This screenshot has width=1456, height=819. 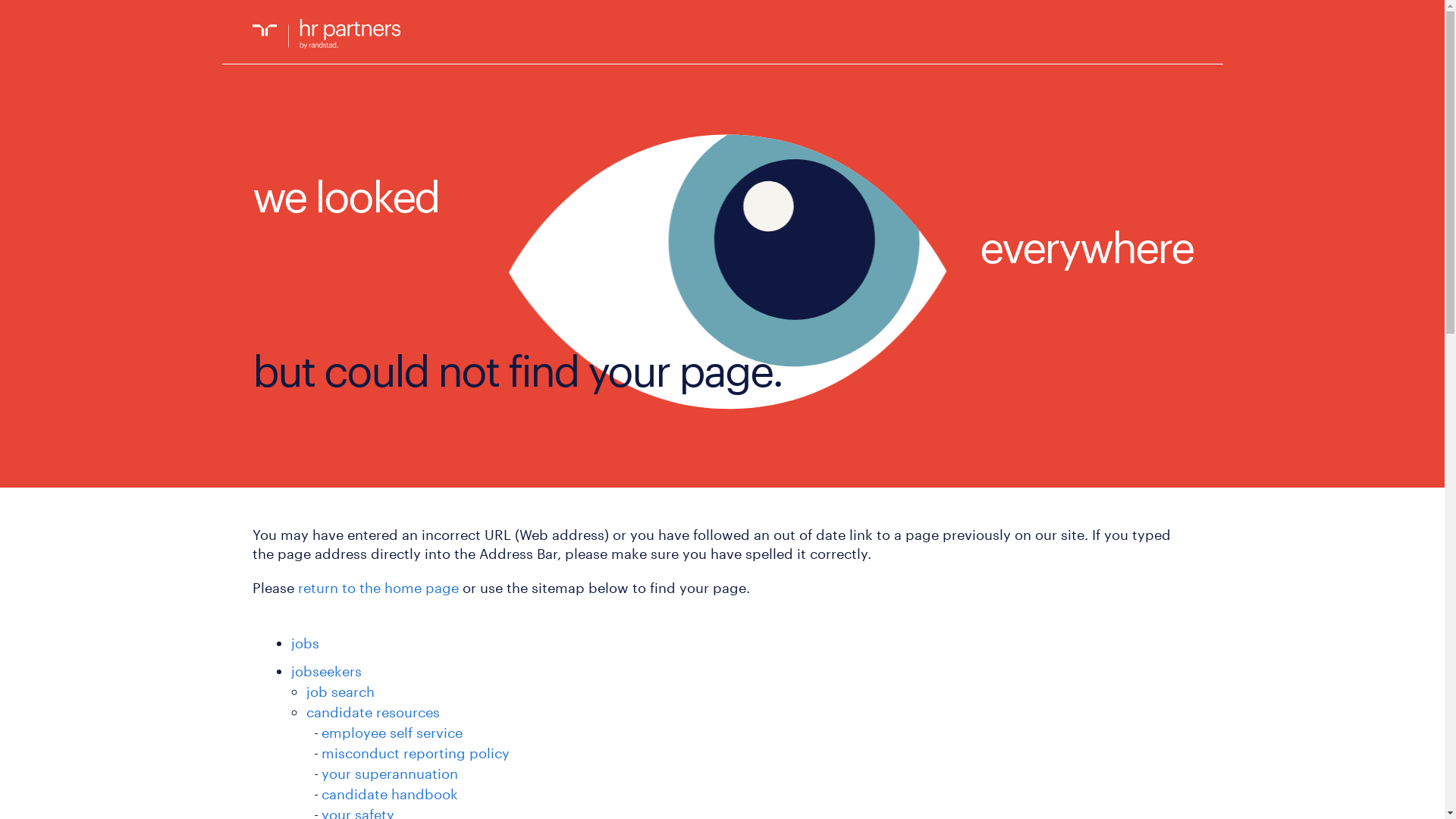 I want to click on 'candidate handbook', so click(x=389, y=792).